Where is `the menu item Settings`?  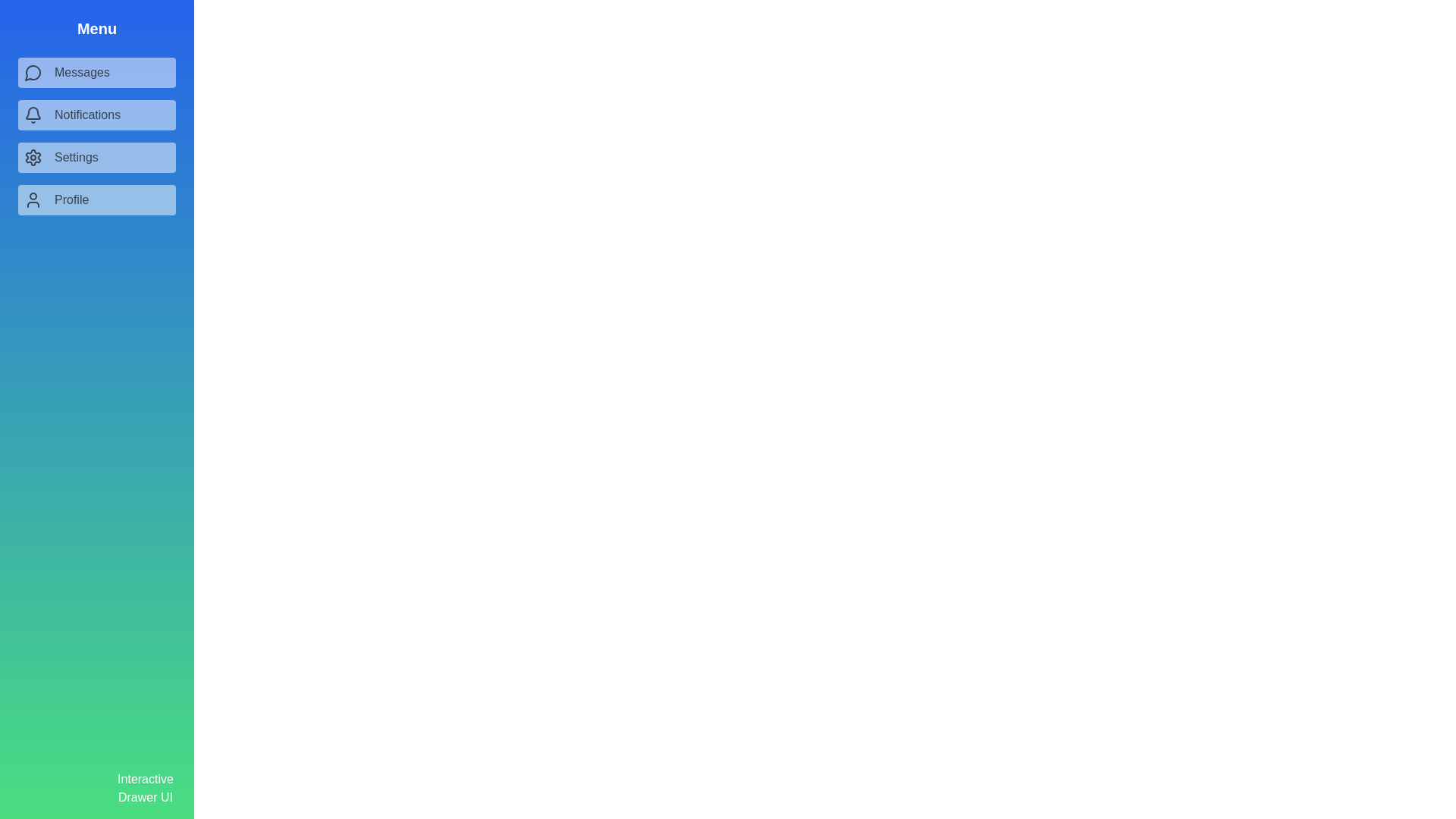
the menu item Settings is located at coordinates (96, 158).